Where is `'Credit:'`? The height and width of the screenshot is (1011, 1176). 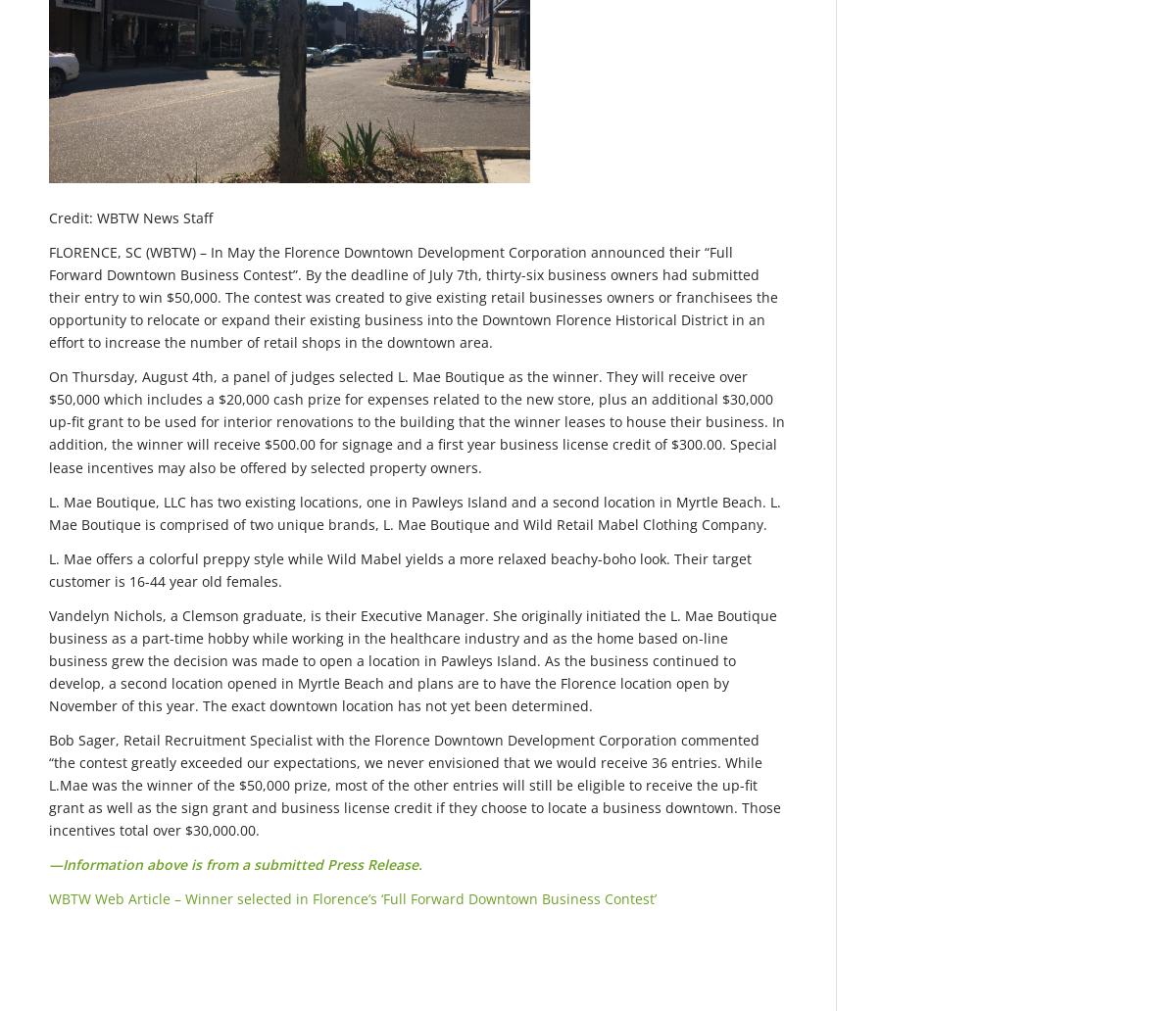
'Credit:' is located at coordinates (73, 216).